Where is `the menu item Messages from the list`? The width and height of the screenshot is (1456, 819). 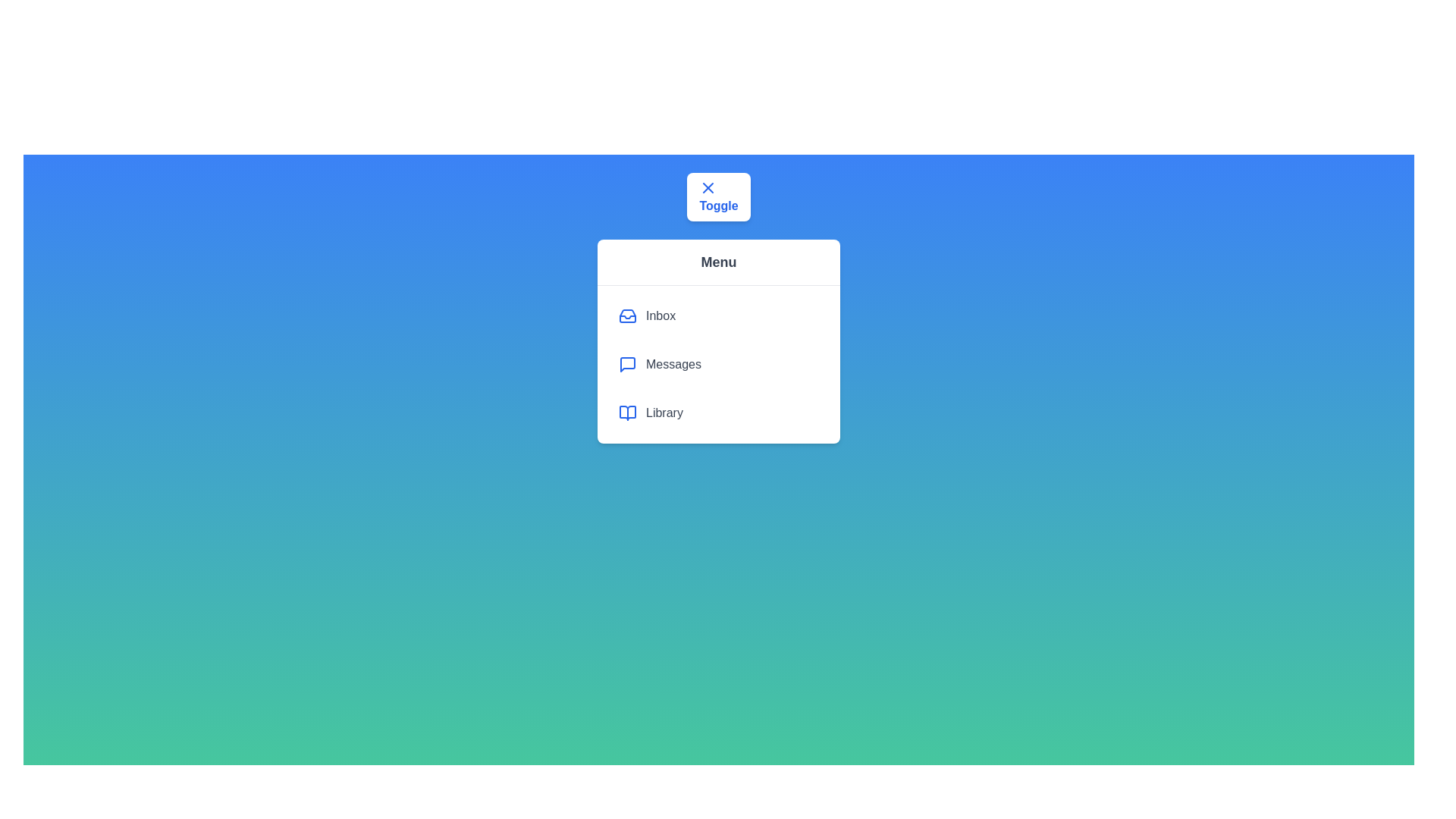
the menu item Messages from the list is located at coordinates (718, 365).